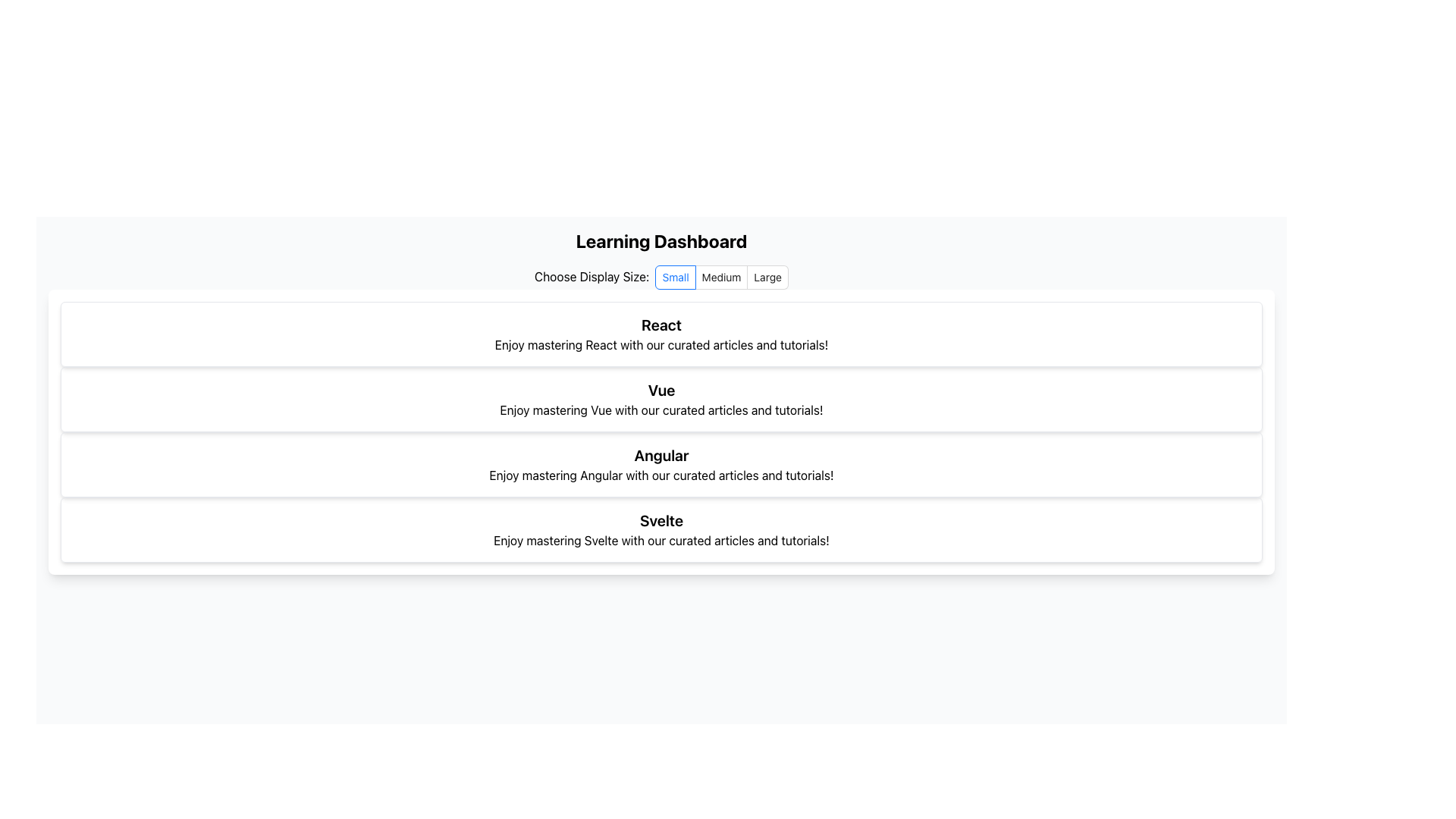 The height and width of the screenshot is (819, 1456). Describe the element at coordinates (718, 278) in the screenshot. I see `the 'Small' radio button in the display size options group to re-select it` at that location.